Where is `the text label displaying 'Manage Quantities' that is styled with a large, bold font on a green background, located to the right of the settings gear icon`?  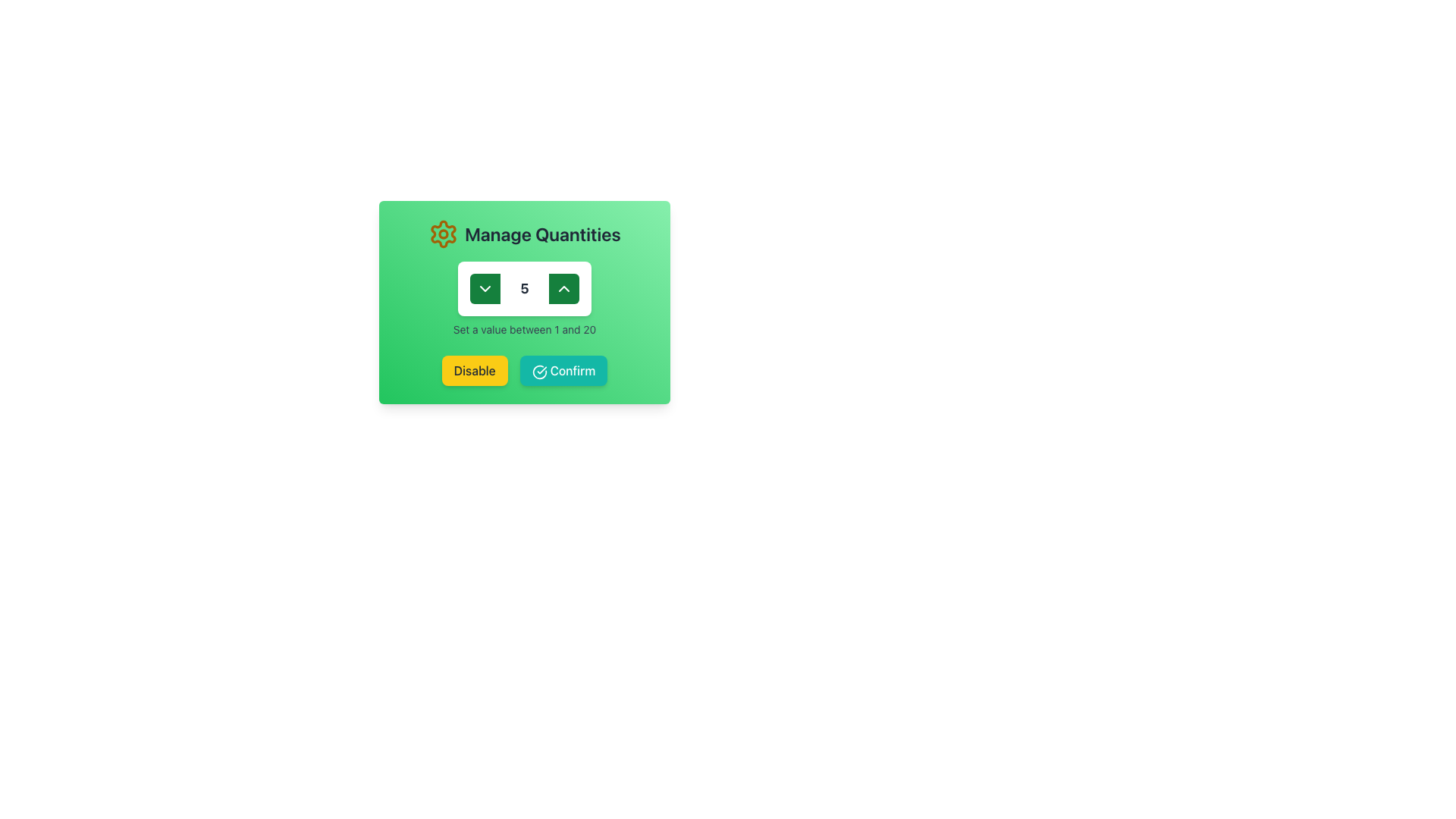 the text label displaying 'Manage Quantities' that is styled with a large, bold font on a green background, located to the right of the settings gear icon is located at coordinates (542, 234).